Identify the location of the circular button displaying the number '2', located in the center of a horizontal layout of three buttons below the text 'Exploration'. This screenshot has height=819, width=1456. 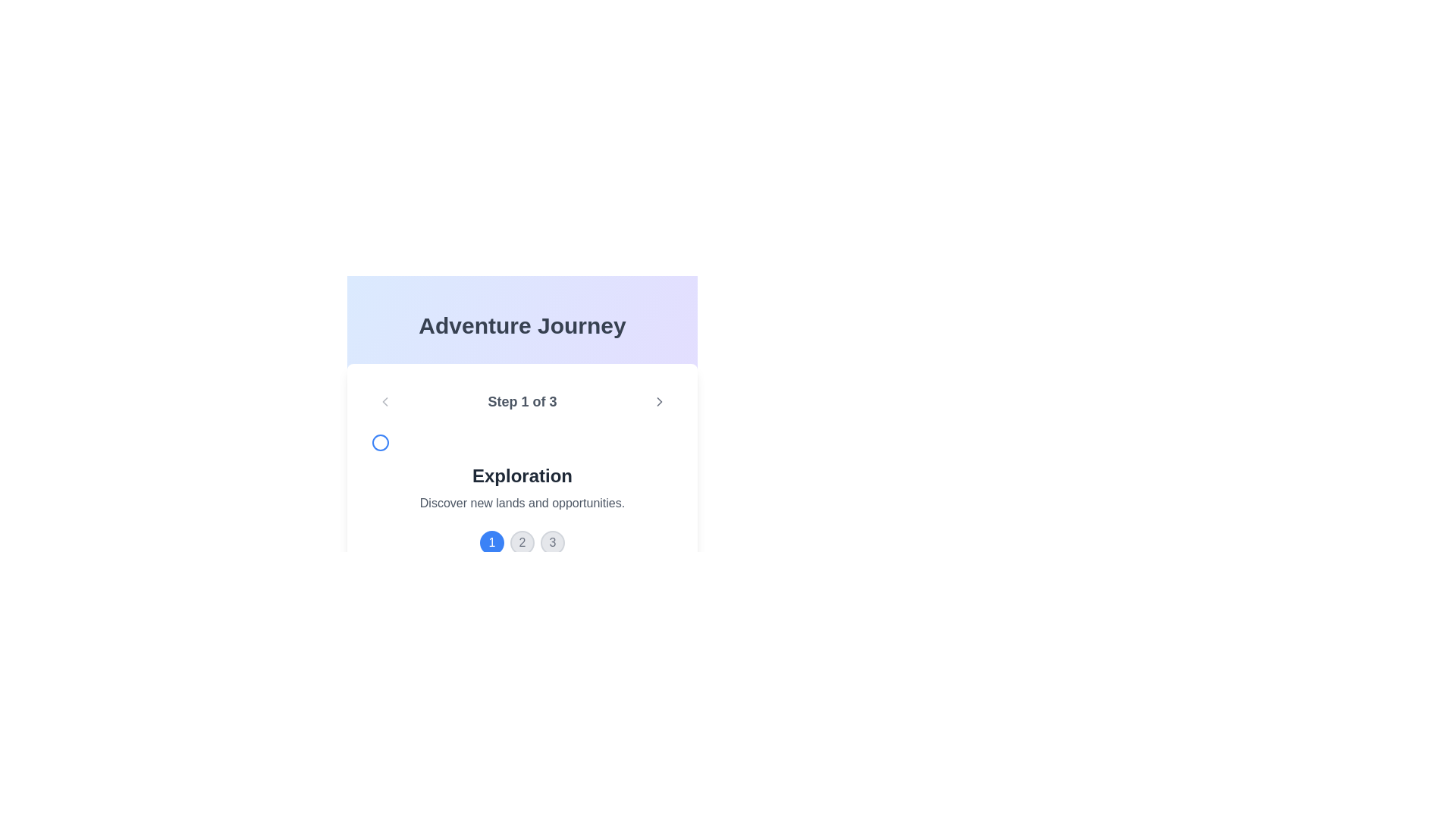
(522, 542).